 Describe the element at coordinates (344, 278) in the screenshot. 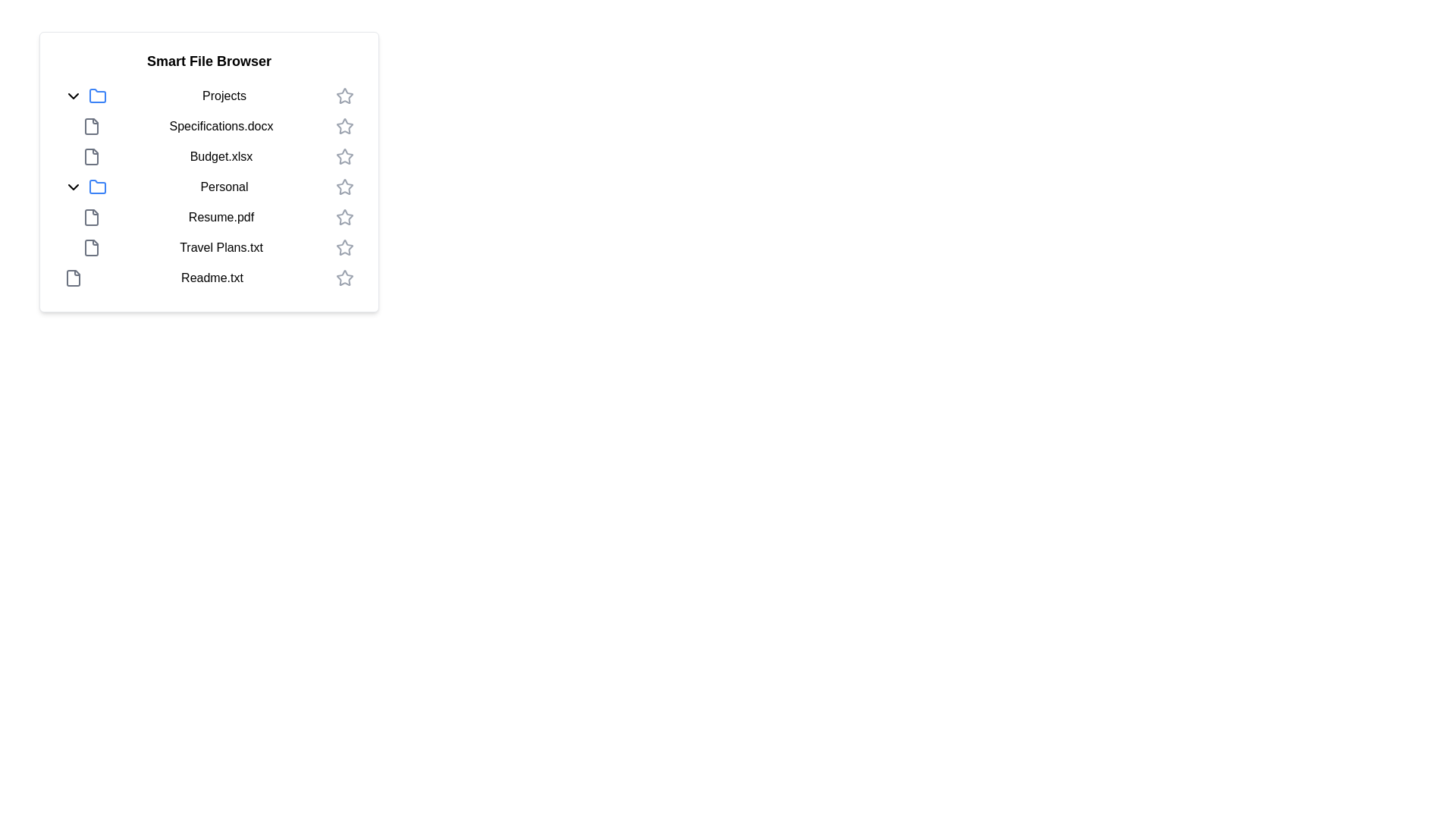

I see `the Star icon, which marks the 'Readme.txt' file as a favorite` at that location.